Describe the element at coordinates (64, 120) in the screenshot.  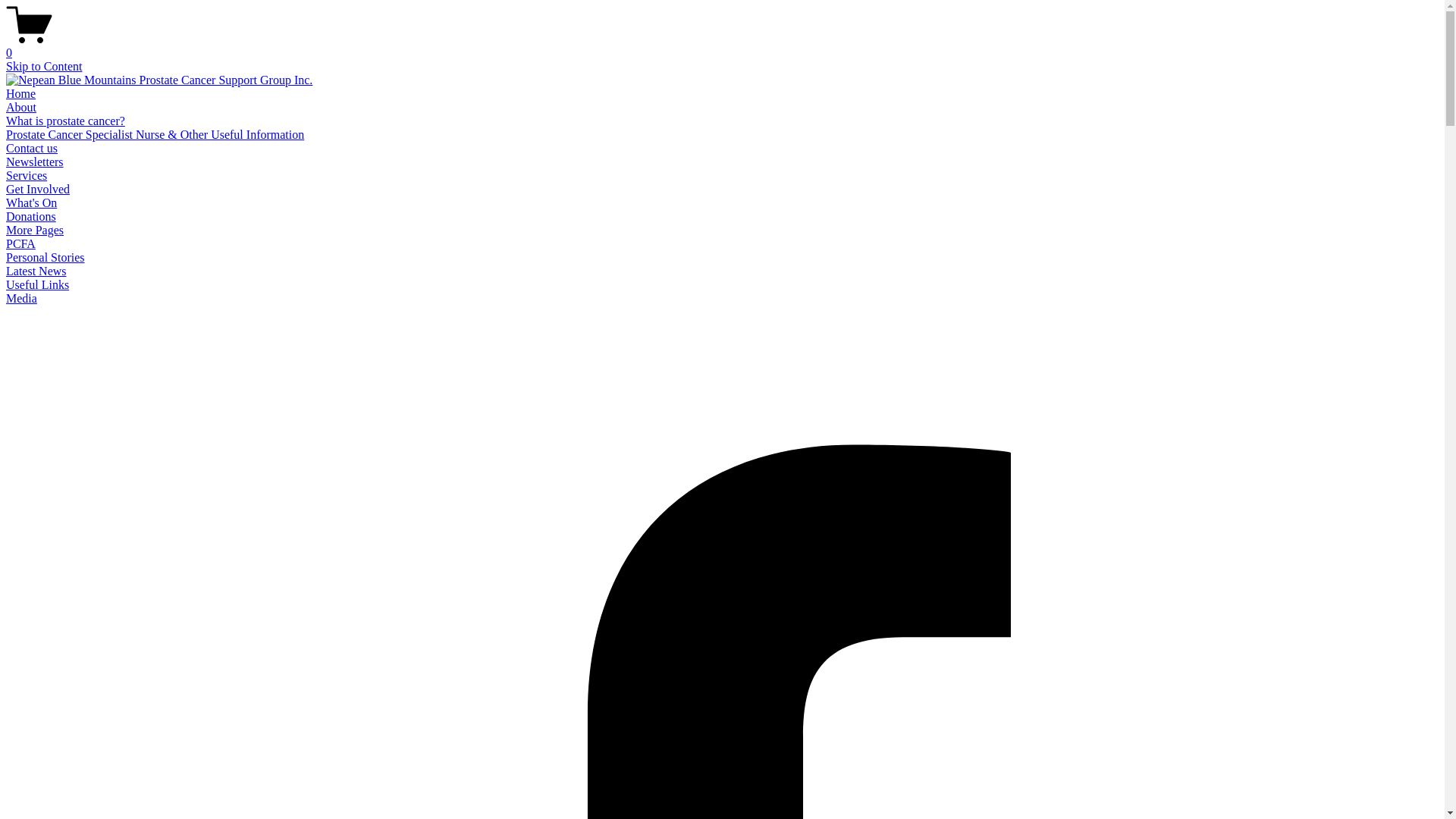
I see `'What is prostate cancer?'` at that location.